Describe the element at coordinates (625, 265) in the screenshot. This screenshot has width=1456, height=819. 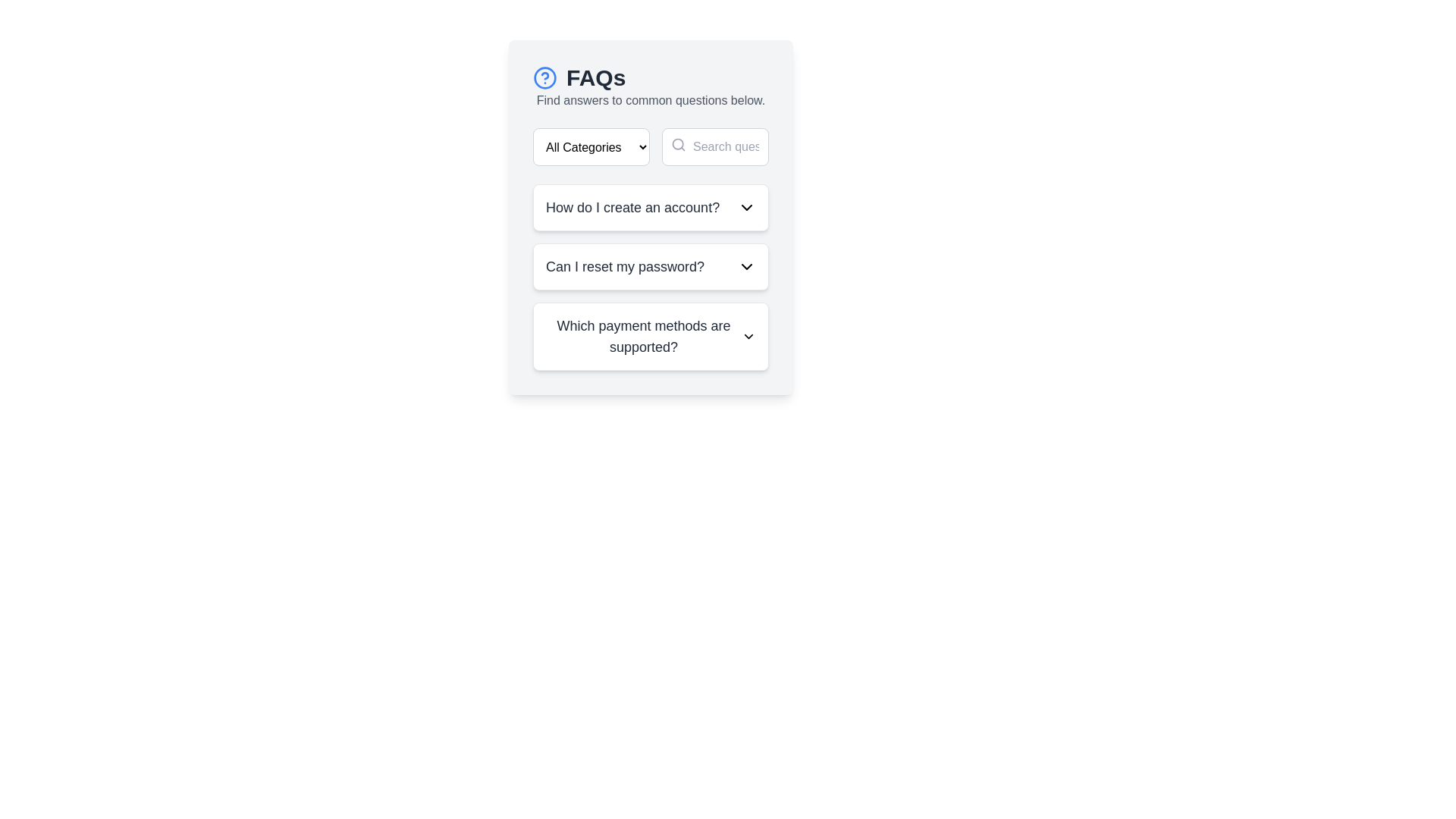
I see `the text label that reads 'Can I reset my password?', which is styled with a medium font weight and grayish-black color, located in the FAQ section` at that location.